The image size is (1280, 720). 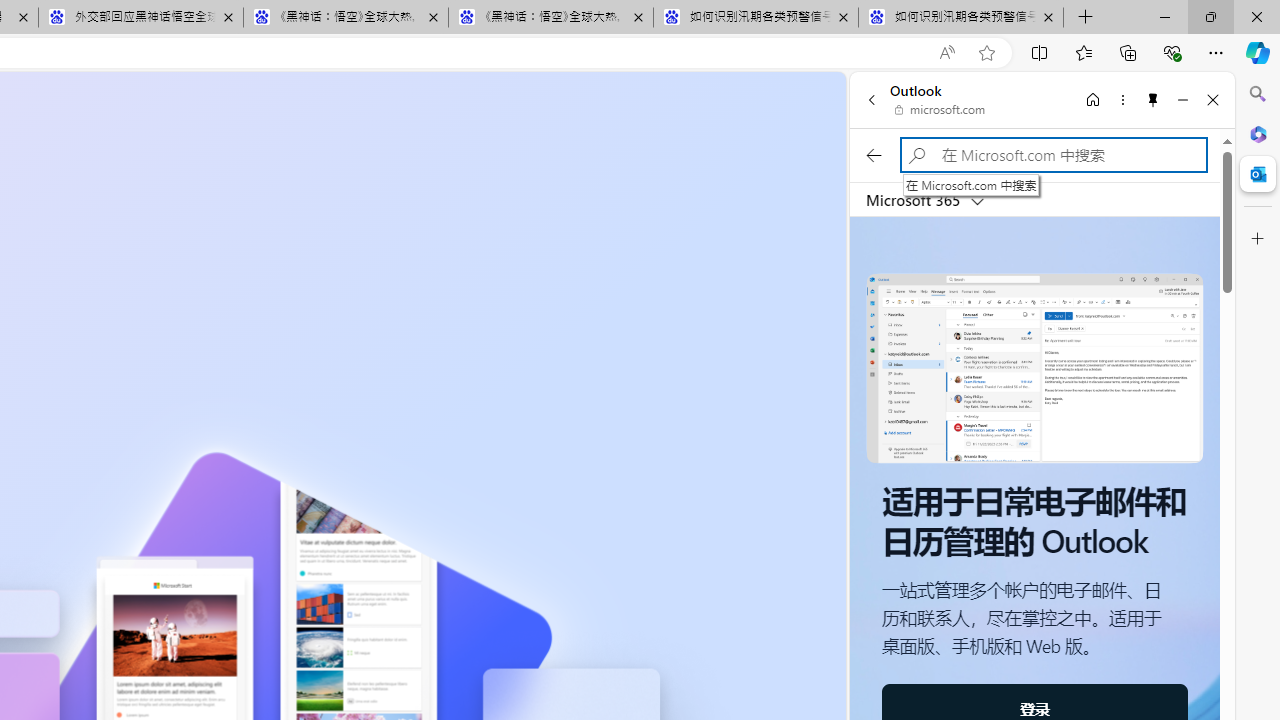 I want to click on 'Back', so click(x=871, y=99).